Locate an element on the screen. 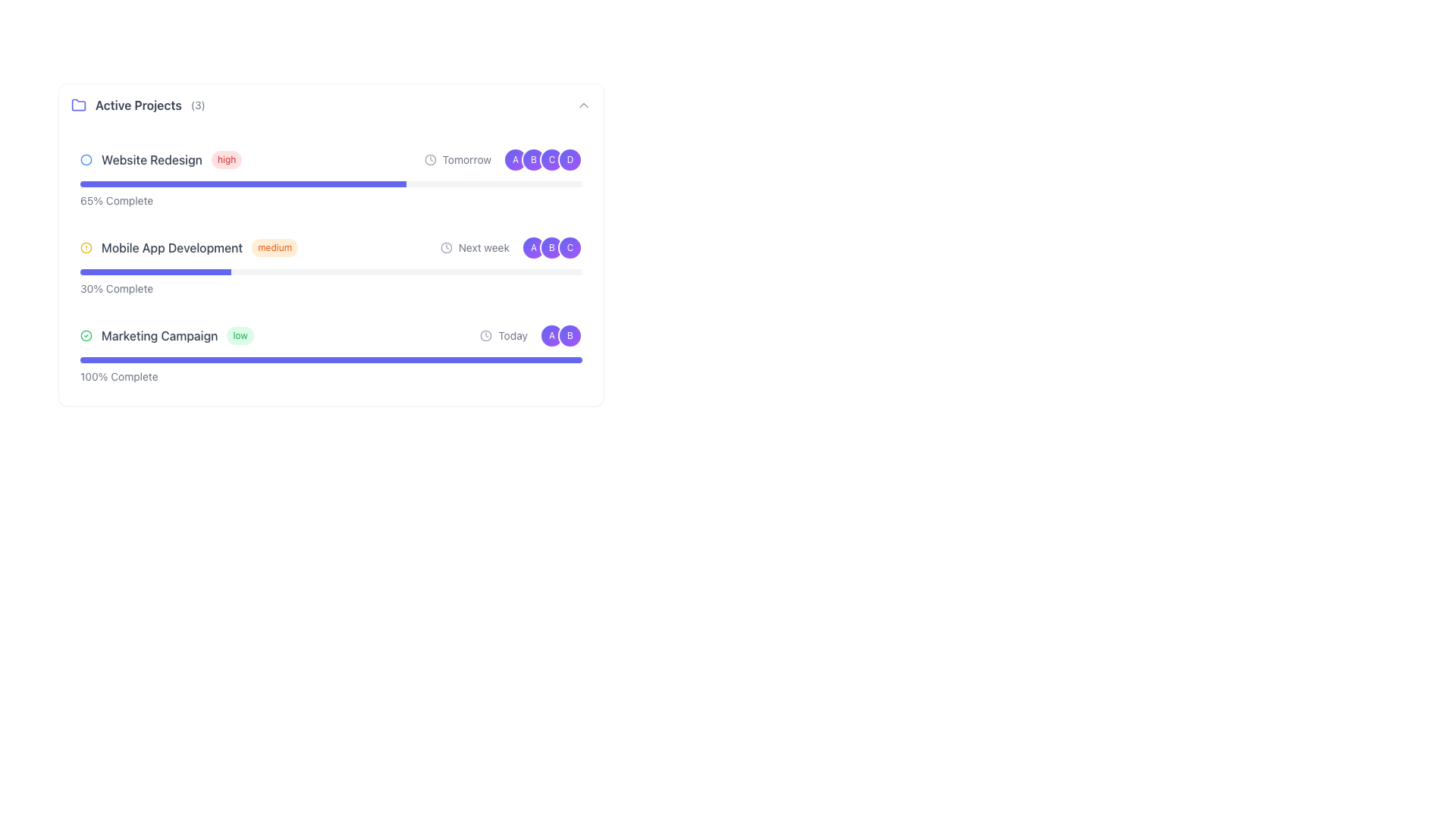 Image resolution: width=1456 pixels, height=819 pixels. the second text label in the 'Active Projects' section, which identifies a specific project positioned between 'Website Redesign' and 'Marketing Campaign' is located at coordinates (172, 247).